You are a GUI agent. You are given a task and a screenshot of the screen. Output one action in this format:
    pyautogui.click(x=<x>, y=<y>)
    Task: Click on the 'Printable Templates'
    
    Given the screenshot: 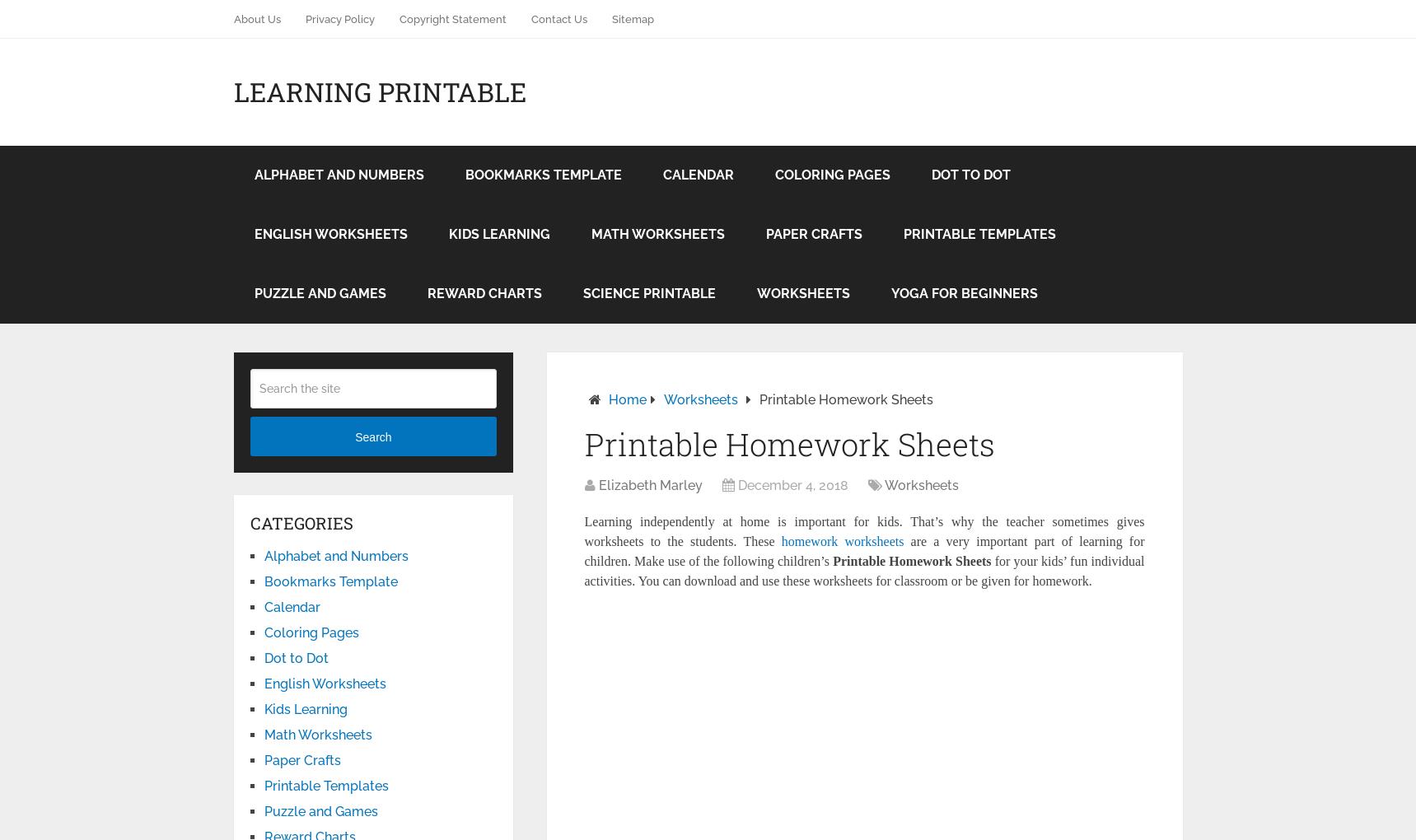 What is the action you would take?
    pyautogui.click(x=325, y=785)
    